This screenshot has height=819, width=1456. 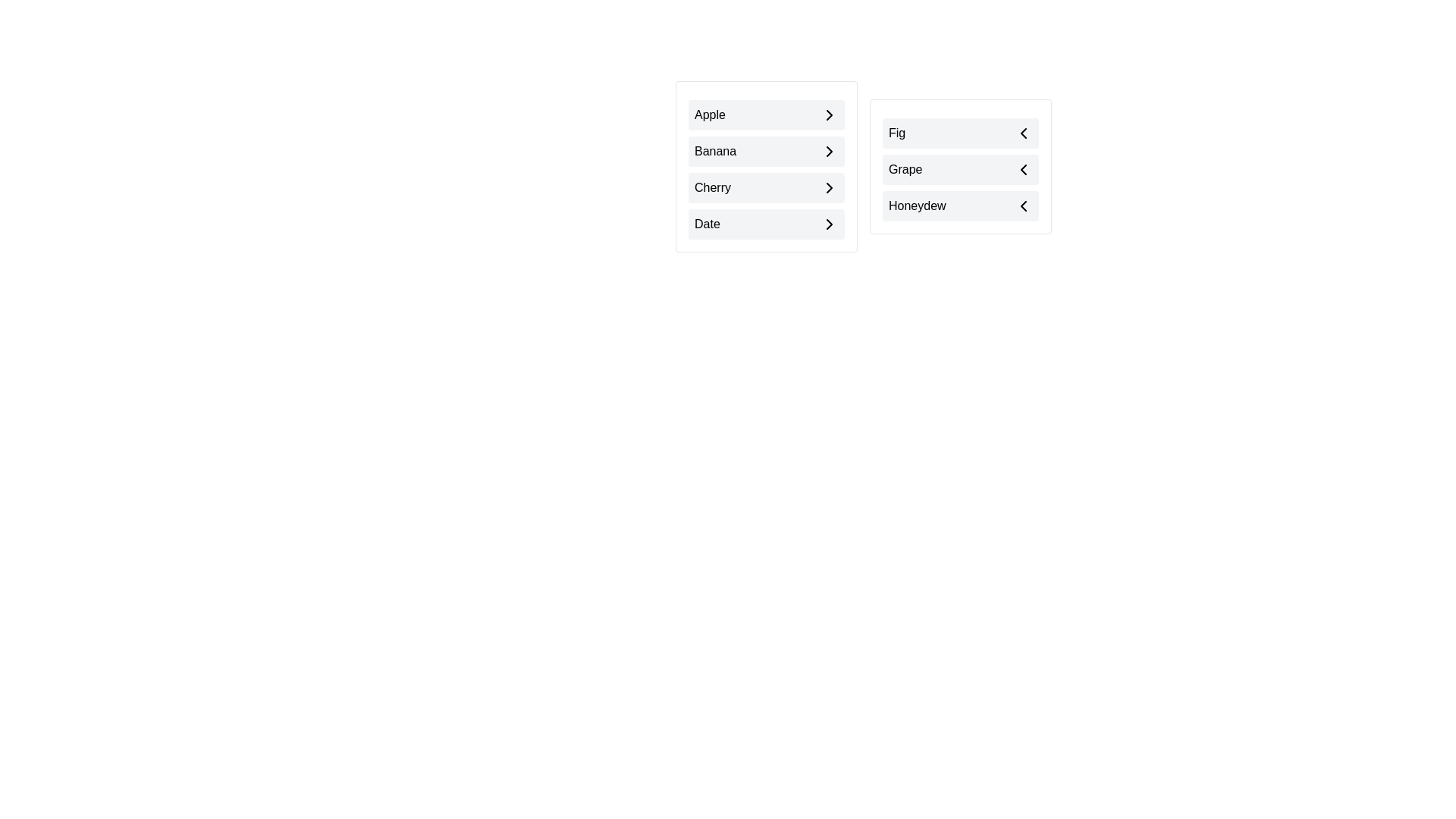 I want to click on the item Fig in the list, so click(x=960, y=133).